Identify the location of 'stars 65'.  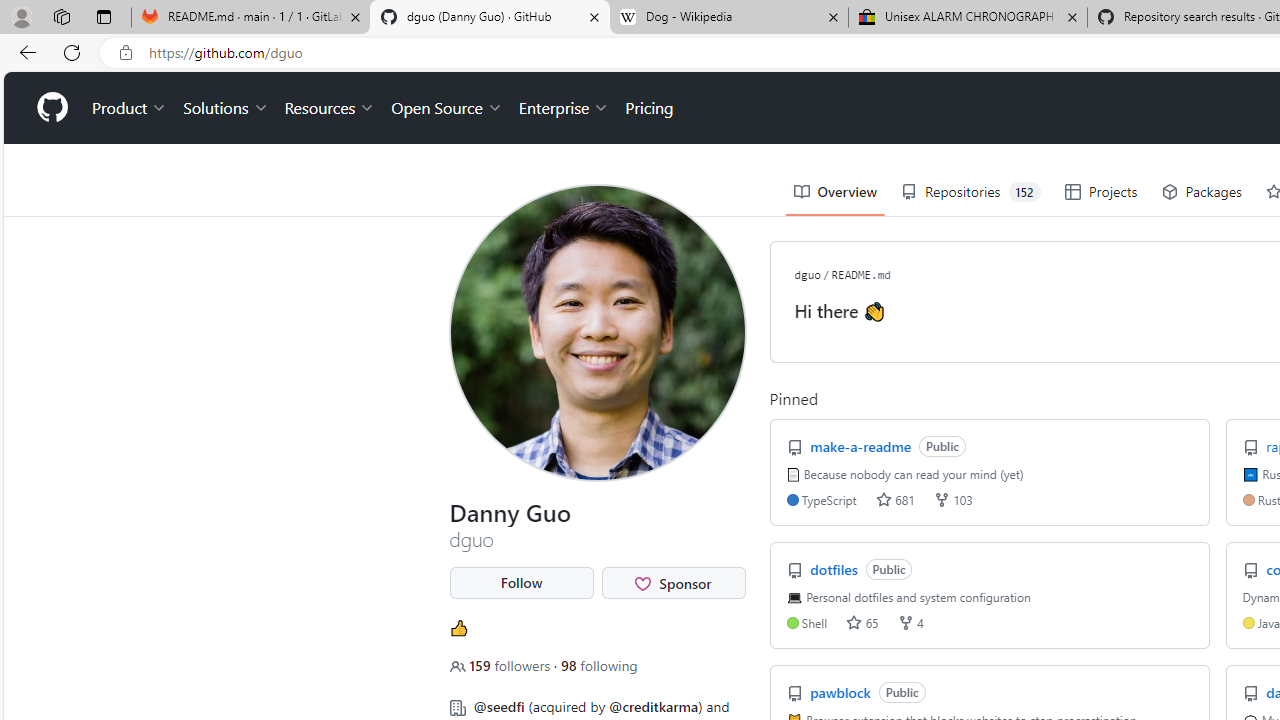
(862, 621).